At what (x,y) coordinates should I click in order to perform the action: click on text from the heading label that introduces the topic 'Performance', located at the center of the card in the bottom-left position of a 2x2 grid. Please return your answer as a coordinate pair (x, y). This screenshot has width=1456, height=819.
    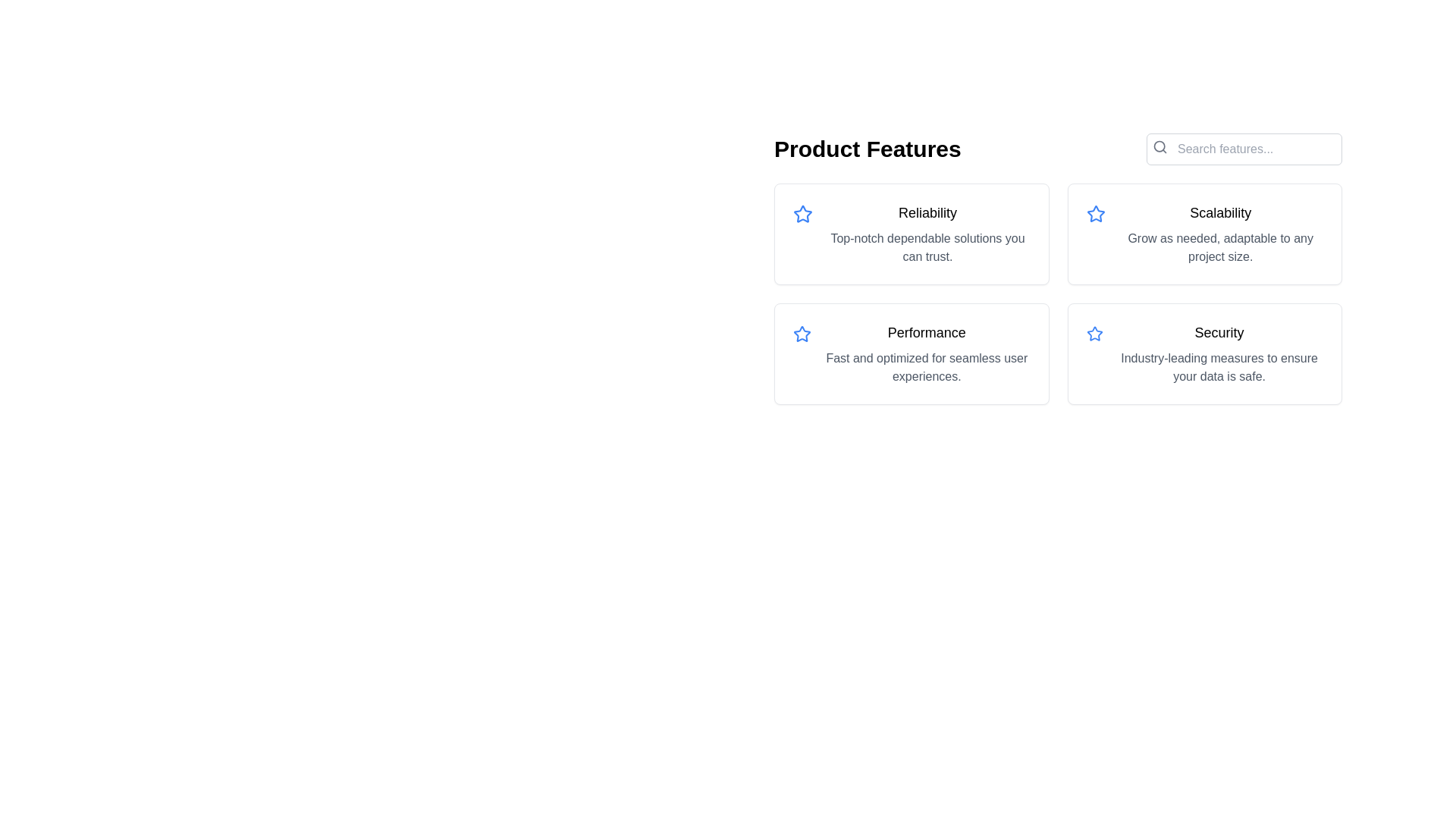
    Looking at the image, I should click on (926, 332).